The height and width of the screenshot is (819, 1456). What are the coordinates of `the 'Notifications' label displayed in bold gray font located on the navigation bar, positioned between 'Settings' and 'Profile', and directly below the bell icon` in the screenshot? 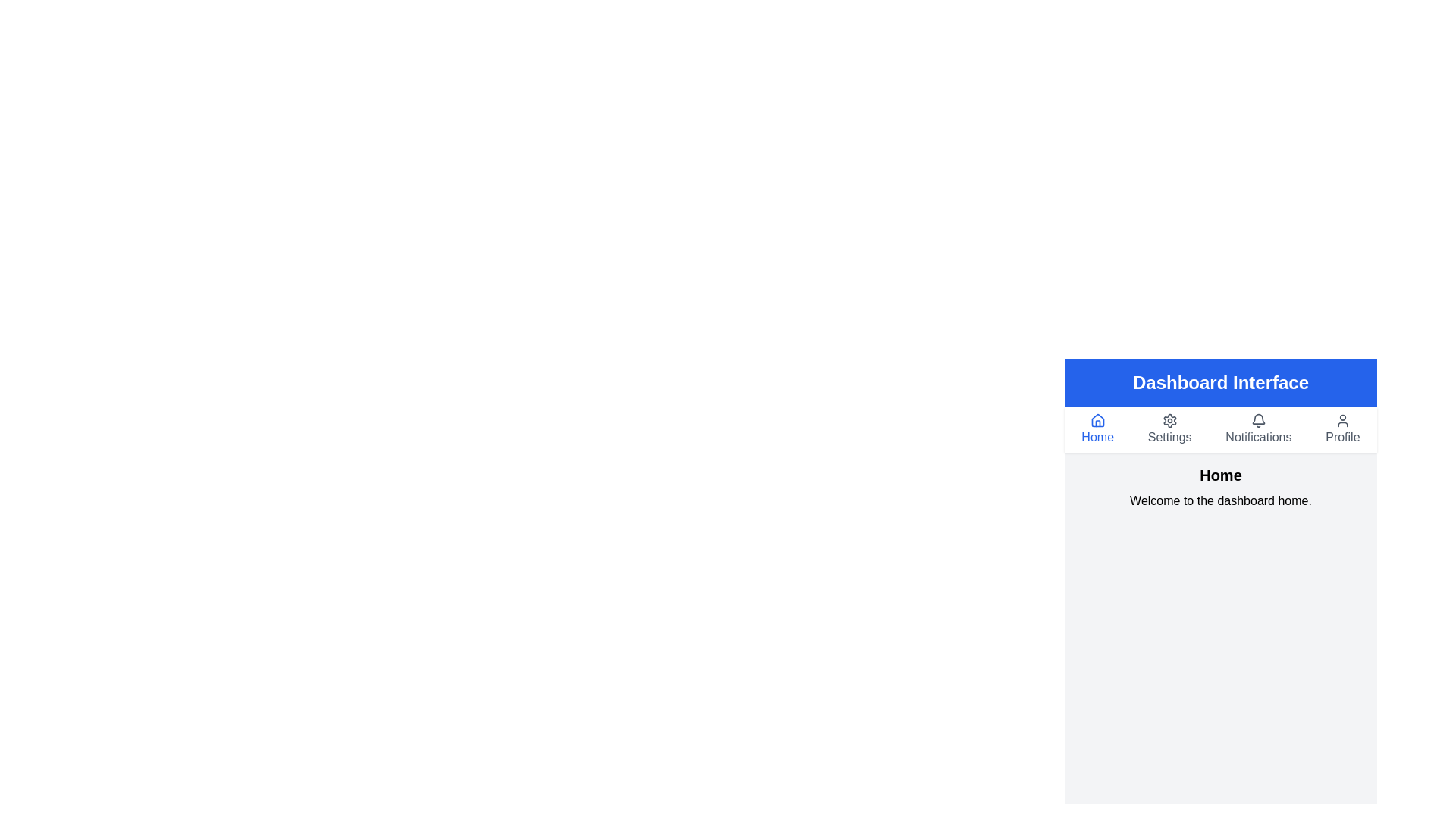 It's located at (1258, 438).